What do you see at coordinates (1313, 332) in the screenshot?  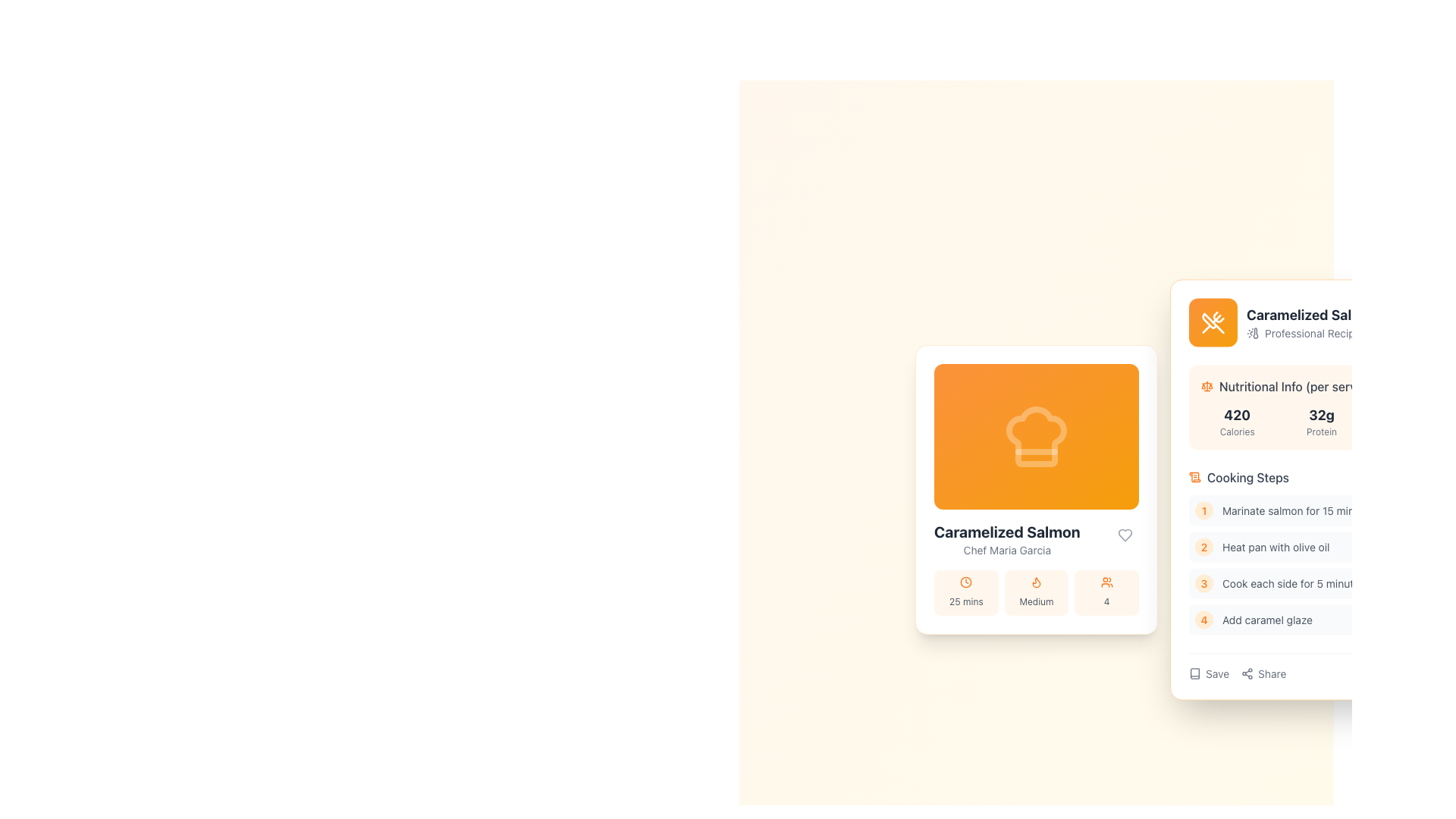 I see `the 'Professional Recipe' text label with the accompanying thermometer sun icon` at bounding box center [1313, 332].